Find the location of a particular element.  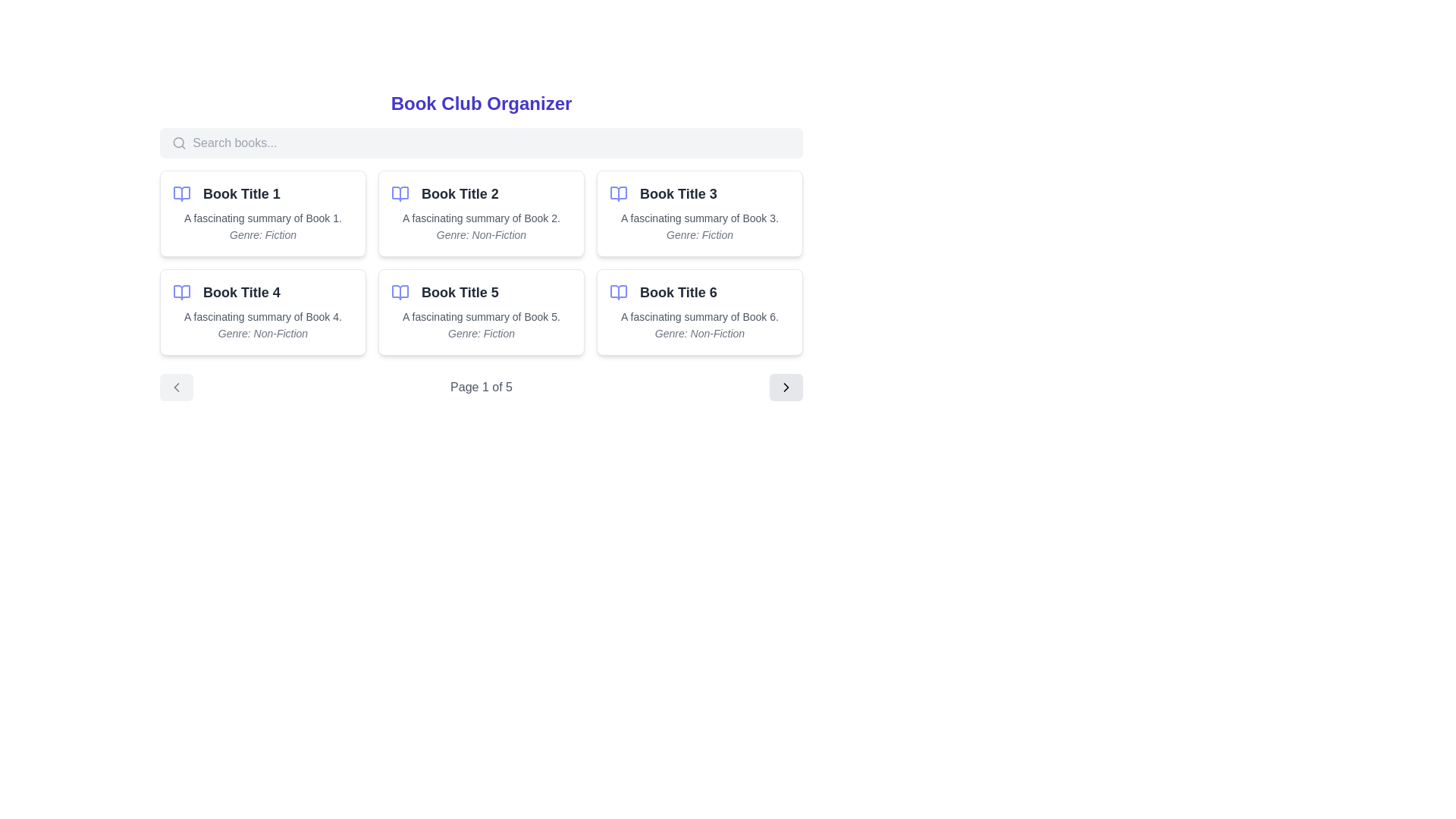

the Text Label providing a brief description for 'Book Title 1' is located at coordinates (262, 218).